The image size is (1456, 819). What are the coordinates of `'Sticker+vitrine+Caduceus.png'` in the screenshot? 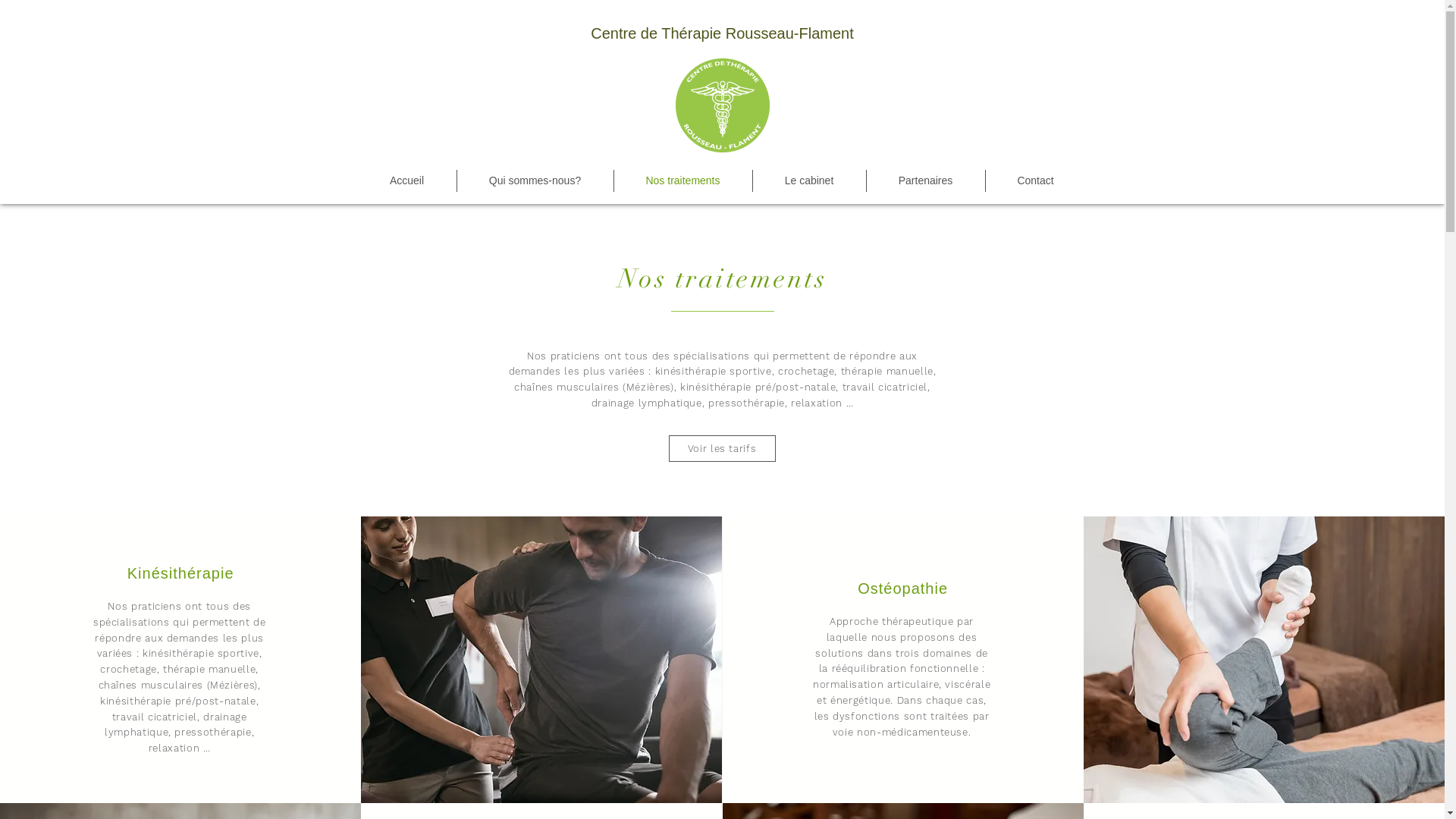 It's located at (720, 104).